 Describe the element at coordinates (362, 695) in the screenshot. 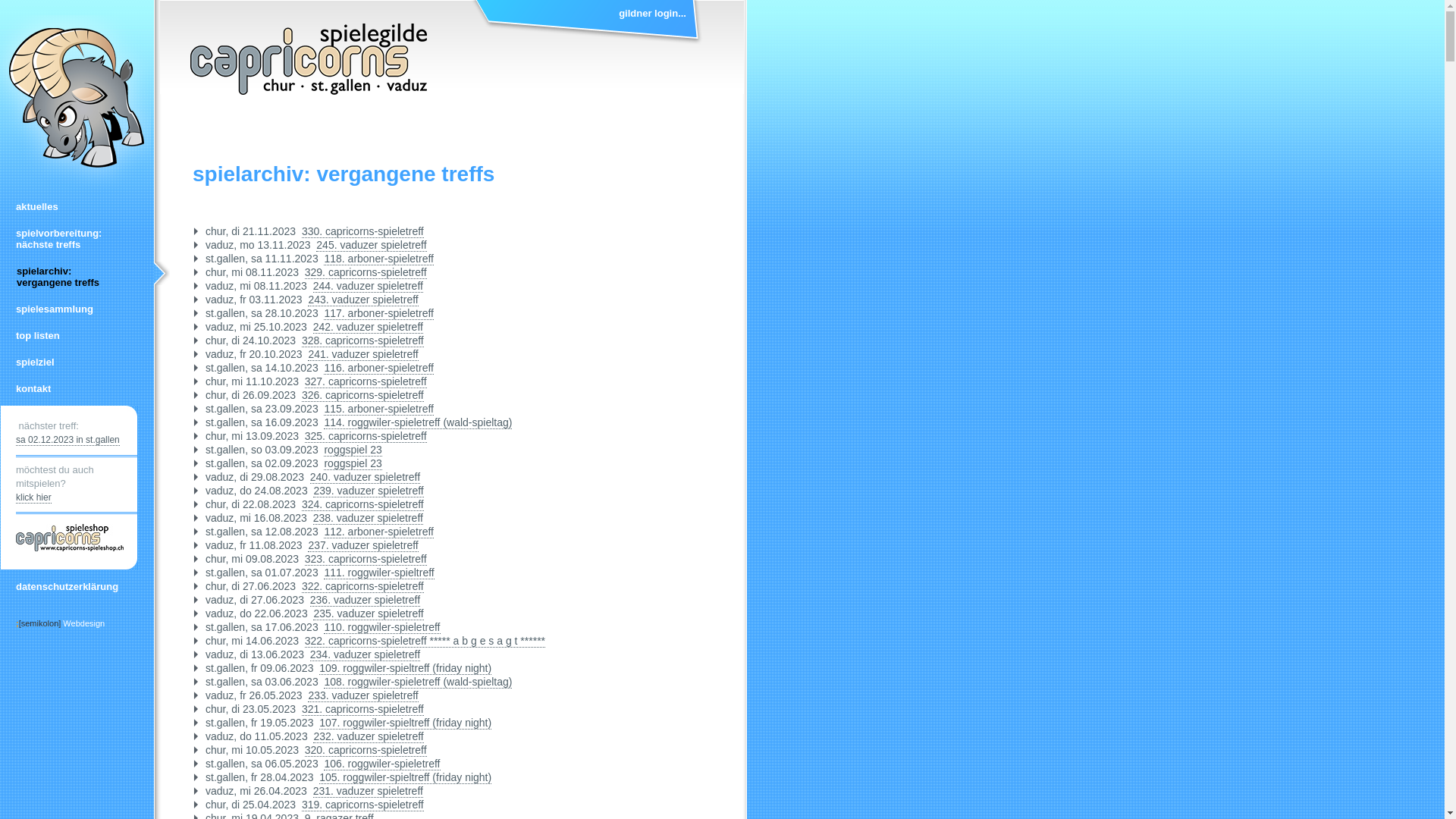

I see `'233. vaduzer spieletreff'` at that location.